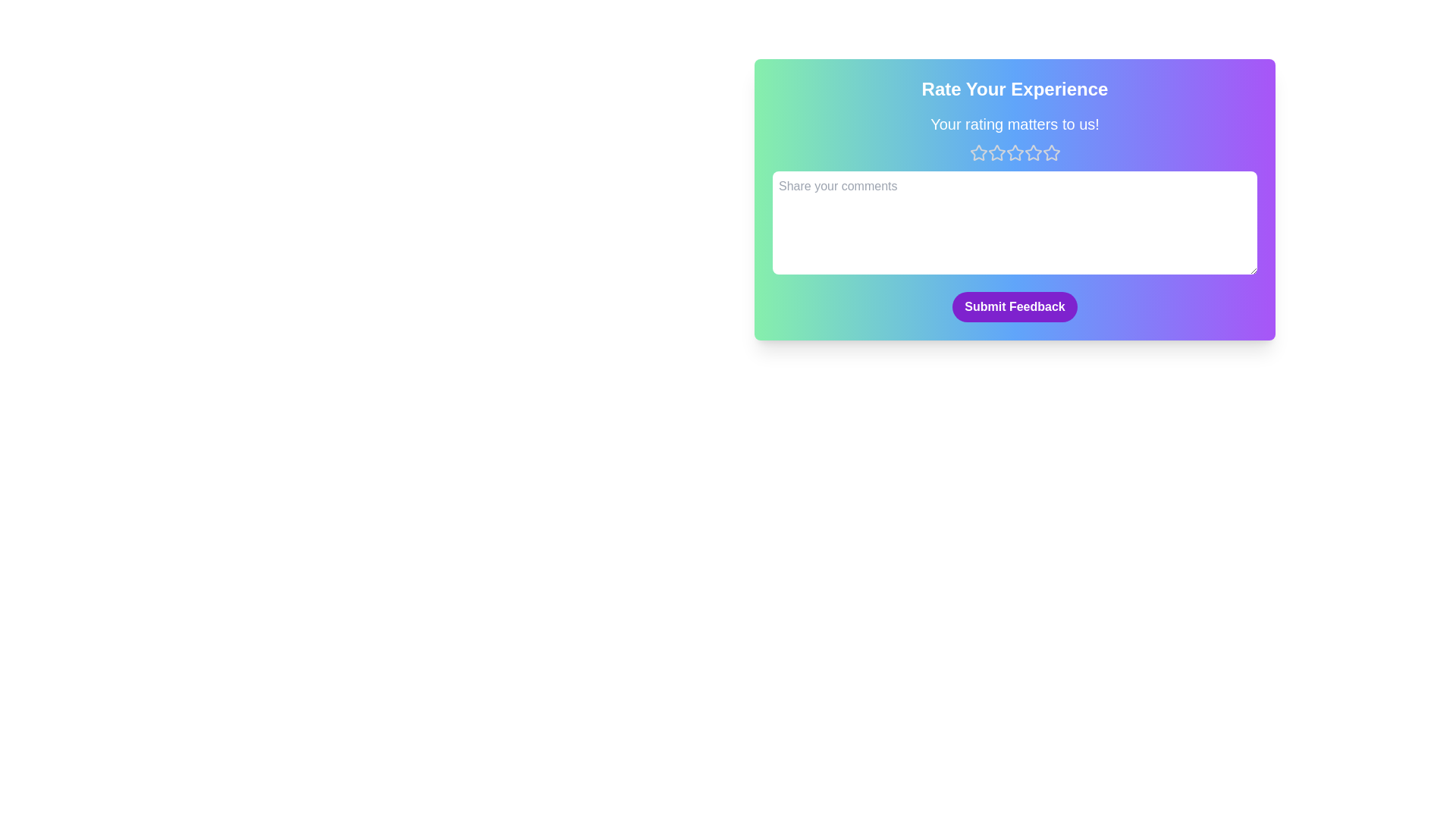 This screenshot has height=819, width=1456. Describe the element at coordinates (978, 152) in the screenshot. I see `the star corresponding to the desired rating value 1` at that location.